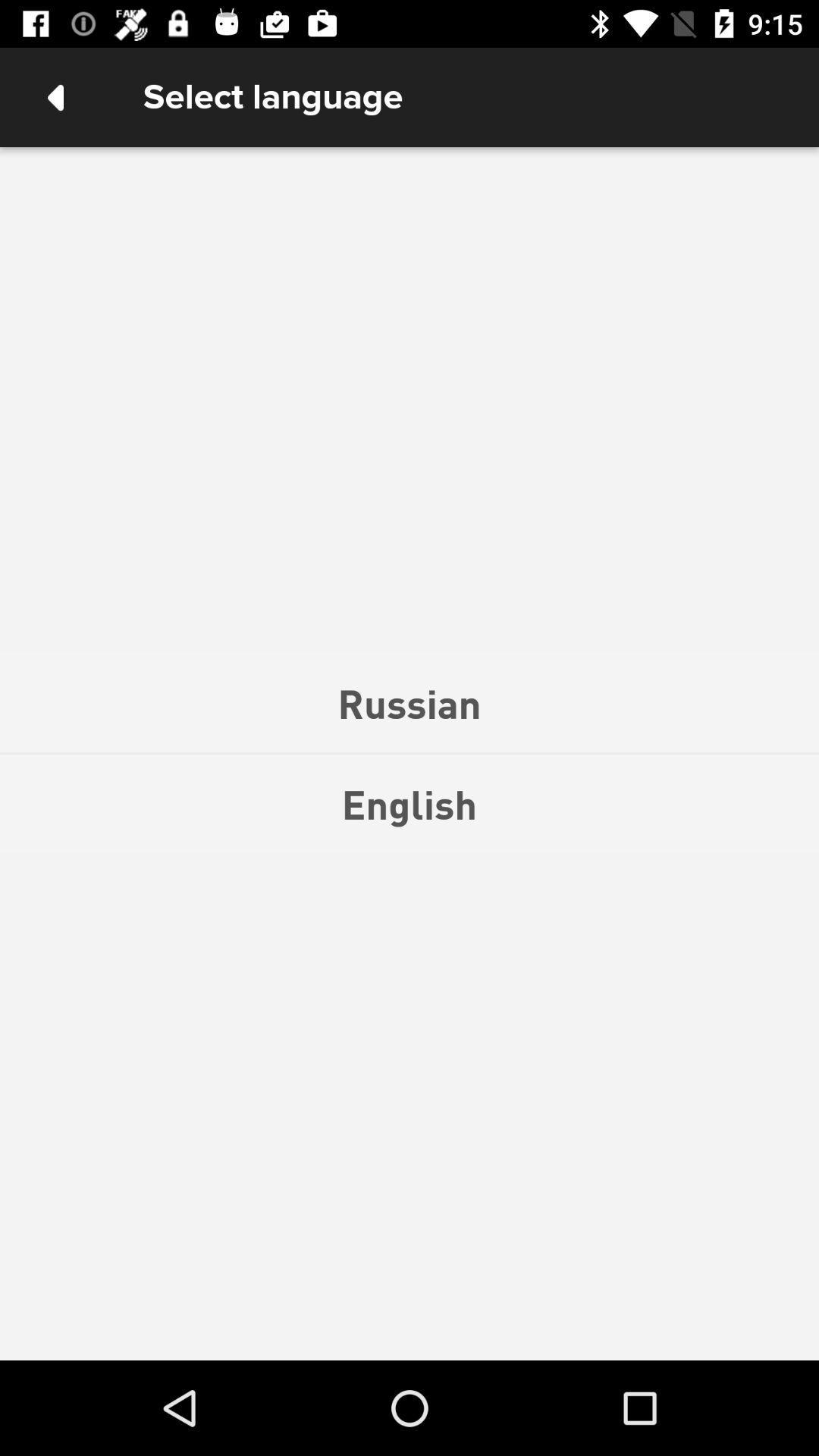 This screenshot has height=1456, width=819. Describe the element at coordinates (55, 96) in the screenshot. I see `icon to the left of the select language` at that location.